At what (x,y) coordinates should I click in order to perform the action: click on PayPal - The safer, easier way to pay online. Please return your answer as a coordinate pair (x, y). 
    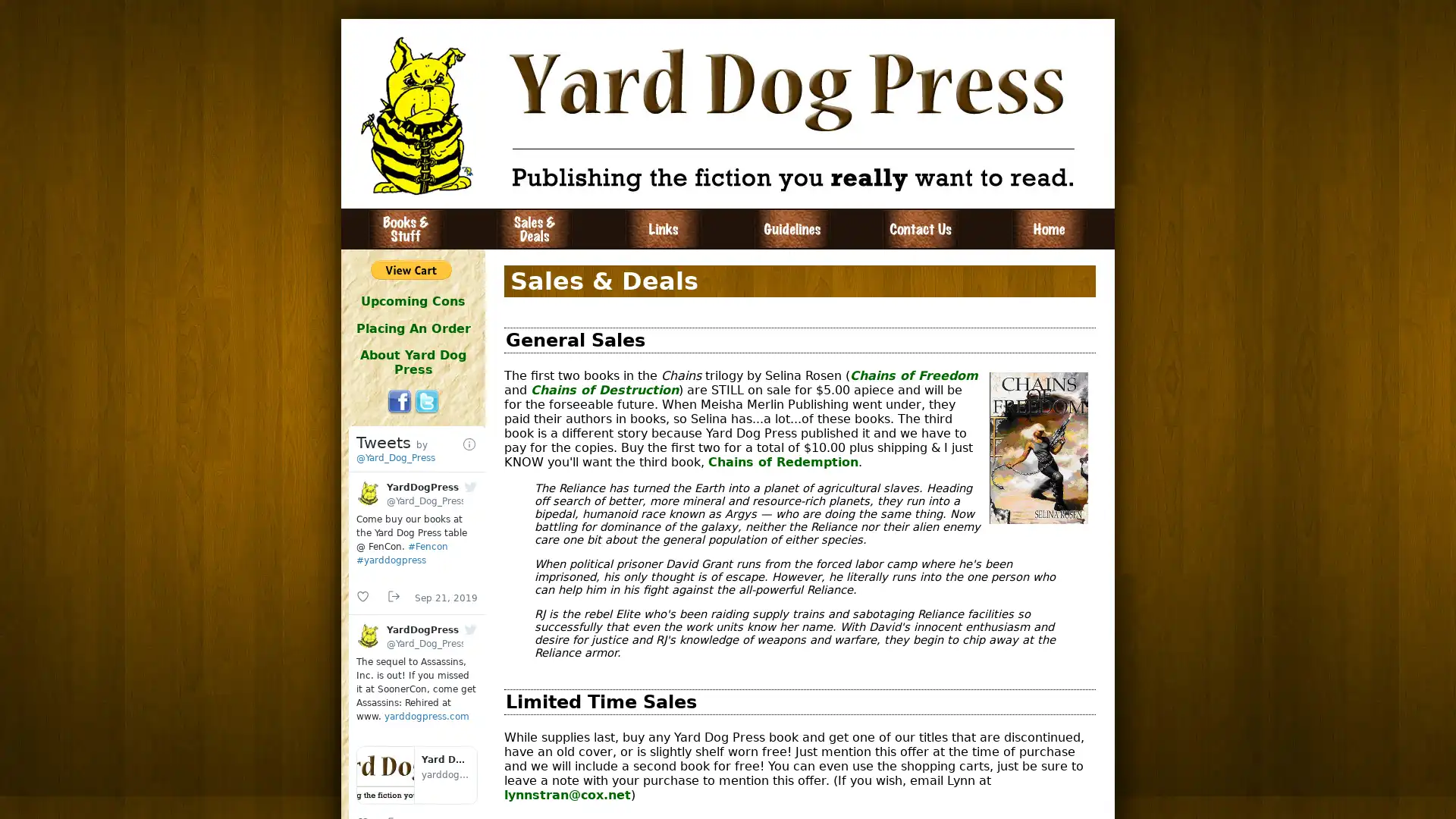
    Looking at the image, I should click on (411, 268).